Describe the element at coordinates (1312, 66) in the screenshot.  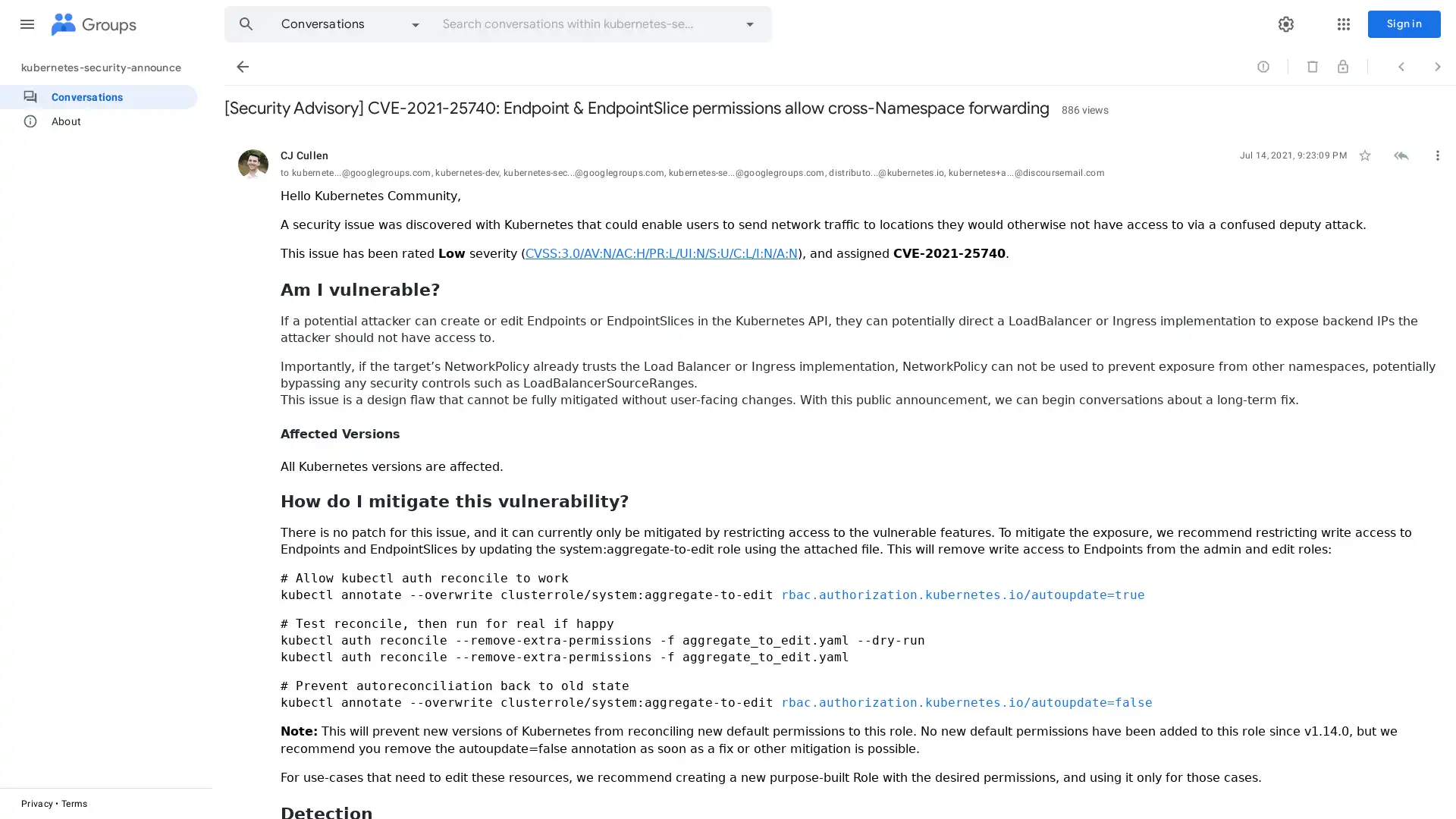
I see `You need the content moderator permission to delete conversations` at that location.